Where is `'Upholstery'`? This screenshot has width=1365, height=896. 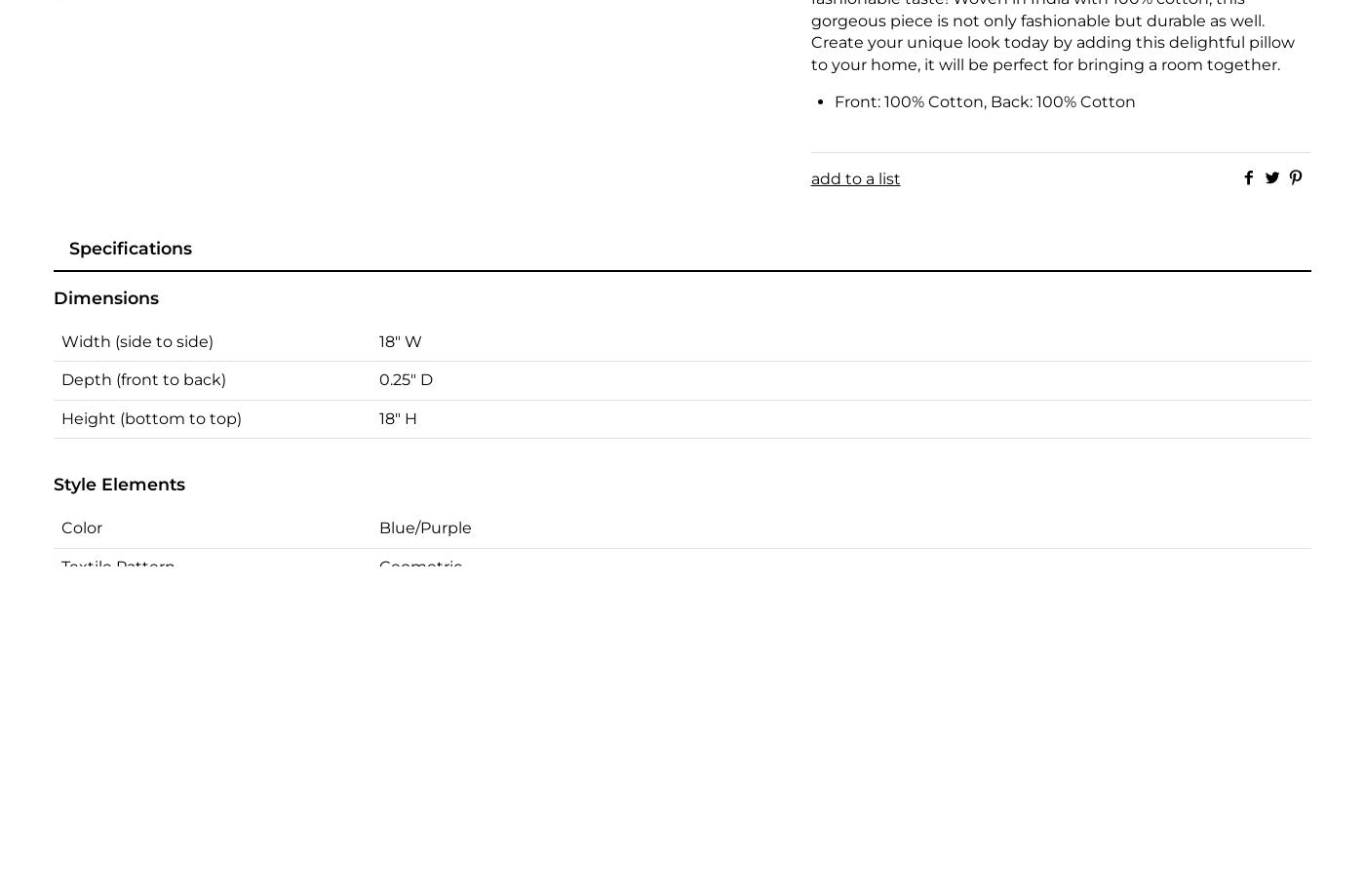
'Upholstery' is located at coordinates (101, 631).